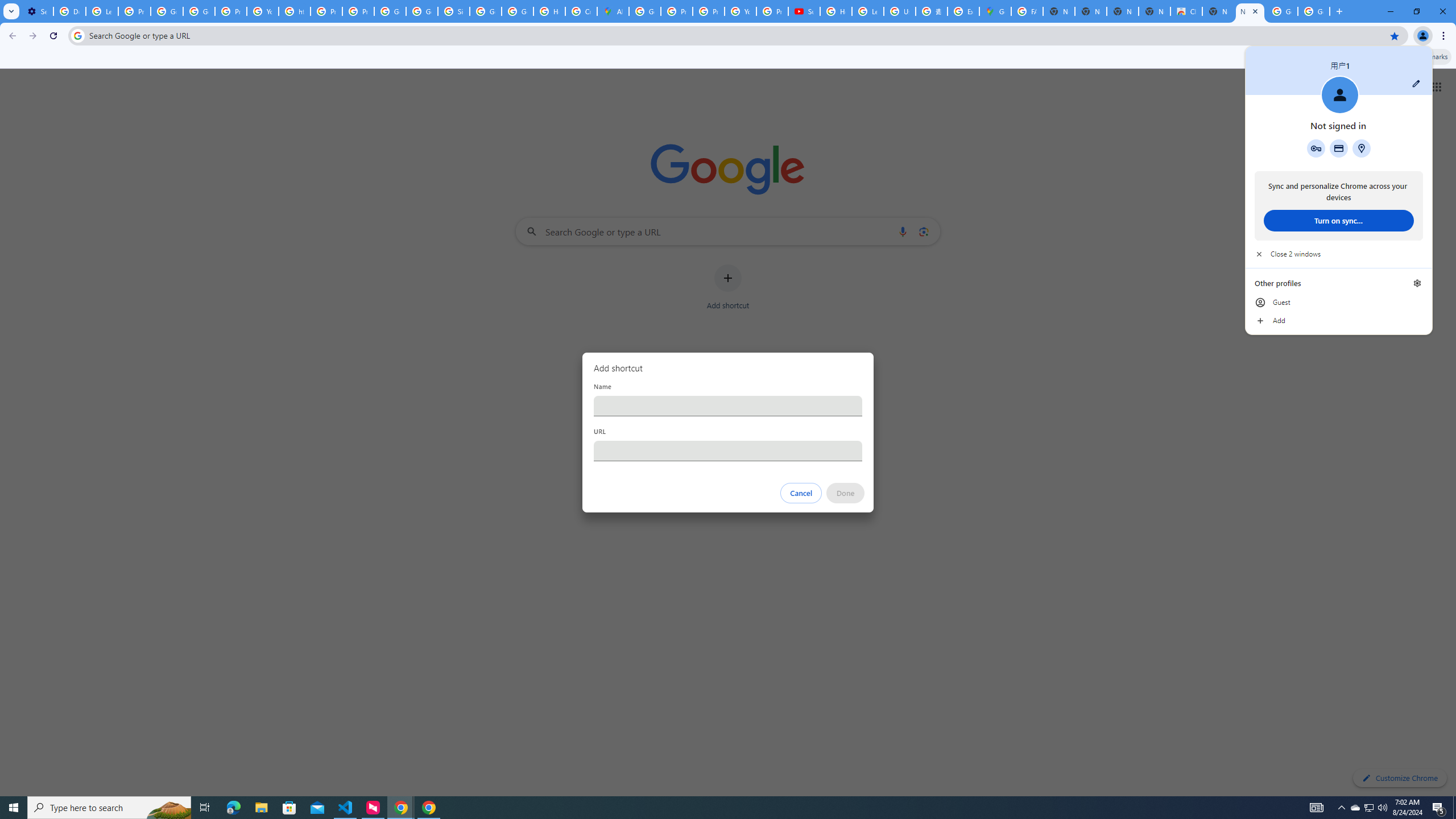 The image size is (1456, 819). I want to click on 'Add', so click(1338, 320).